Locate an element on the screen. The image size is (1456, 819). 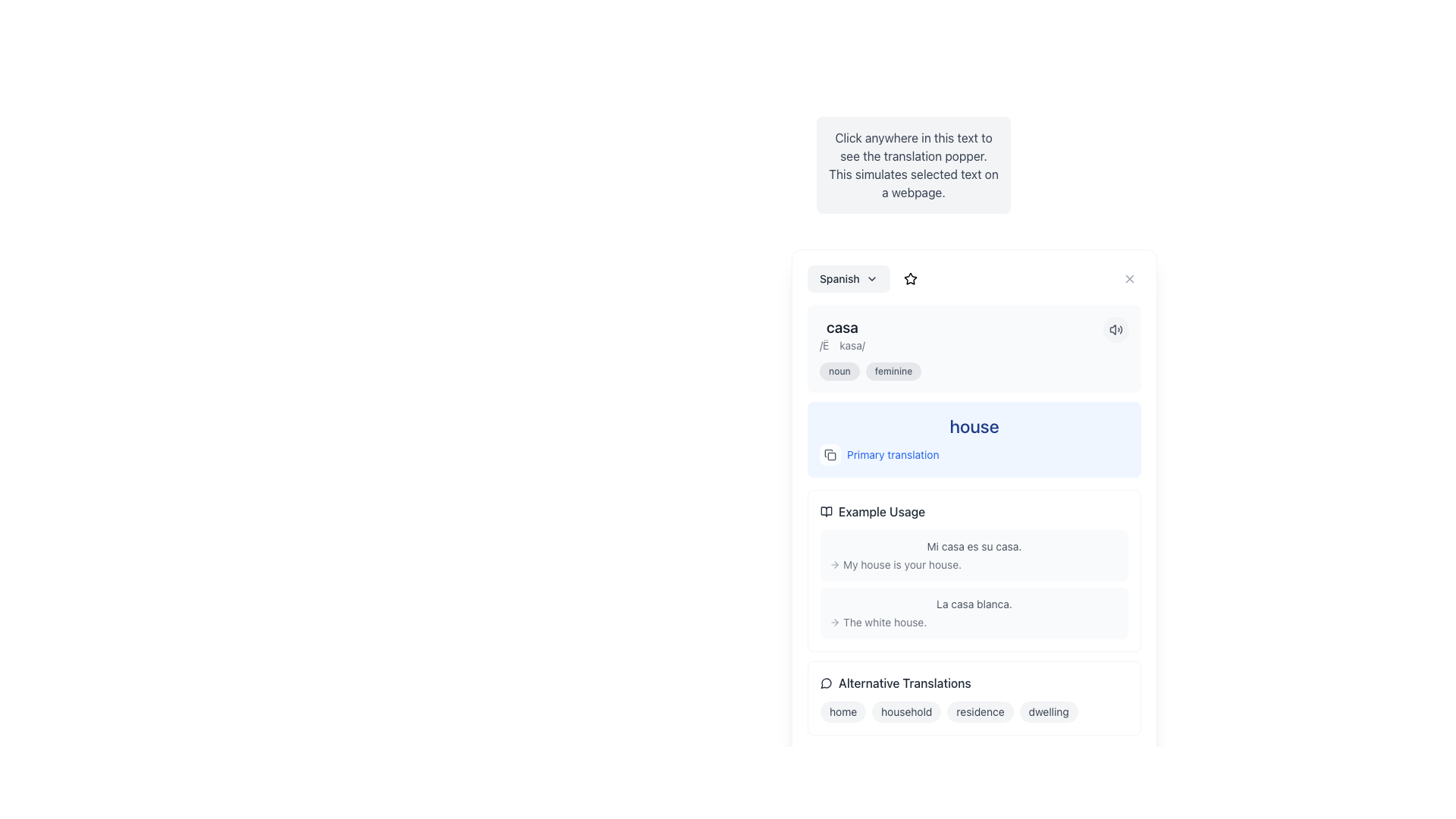
the text element that provides an example usage of the word 'house' in context, located towards the center horizontally and at the bottom of the example usage section is located at coordinates (885, 623).